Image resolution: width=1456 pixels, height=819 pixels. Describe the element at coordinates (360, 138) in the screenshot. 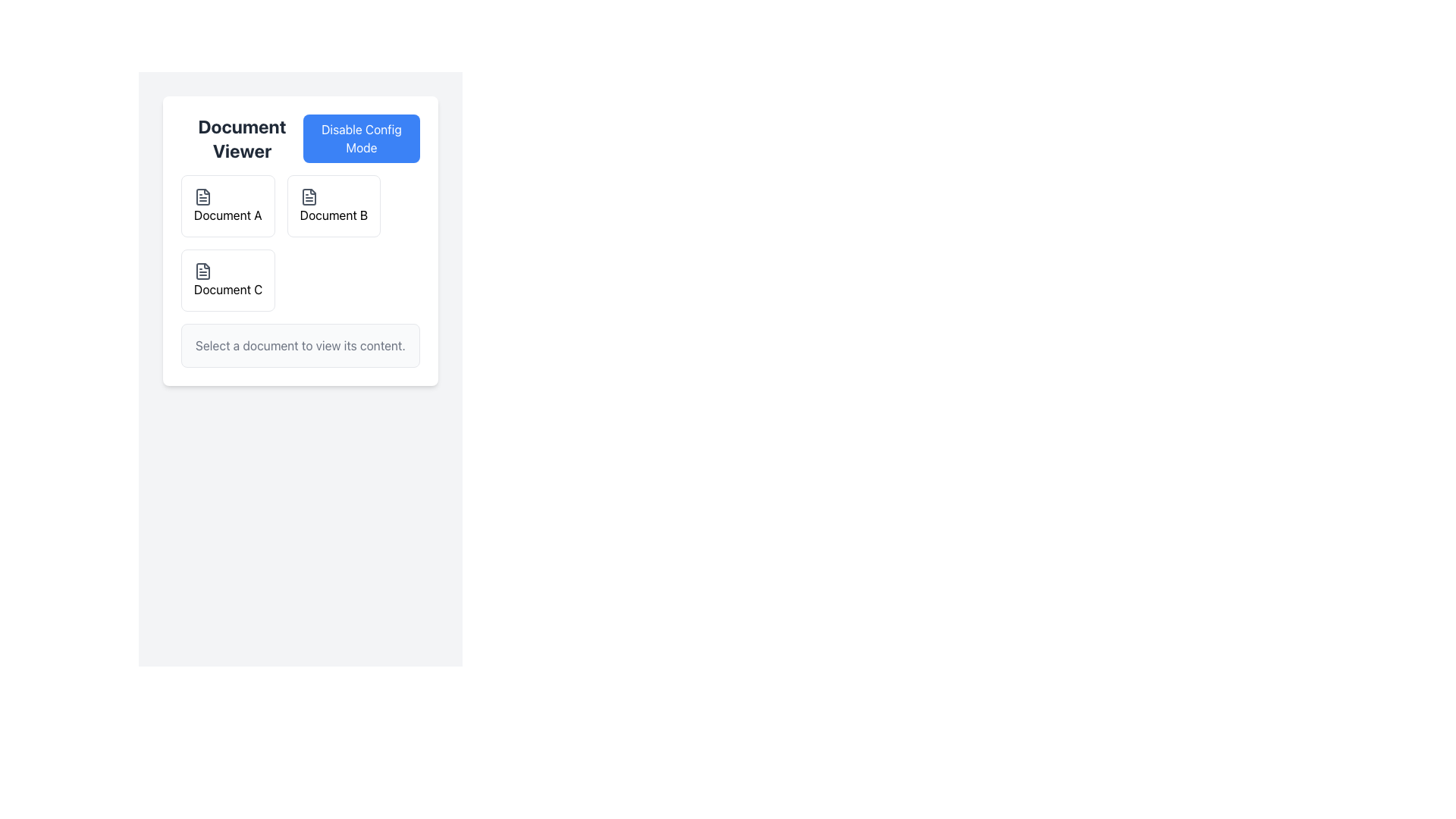

I see `the button labeled 'Disable Config Mode' which has a blue background and white text to observe the hover effect` at that location.